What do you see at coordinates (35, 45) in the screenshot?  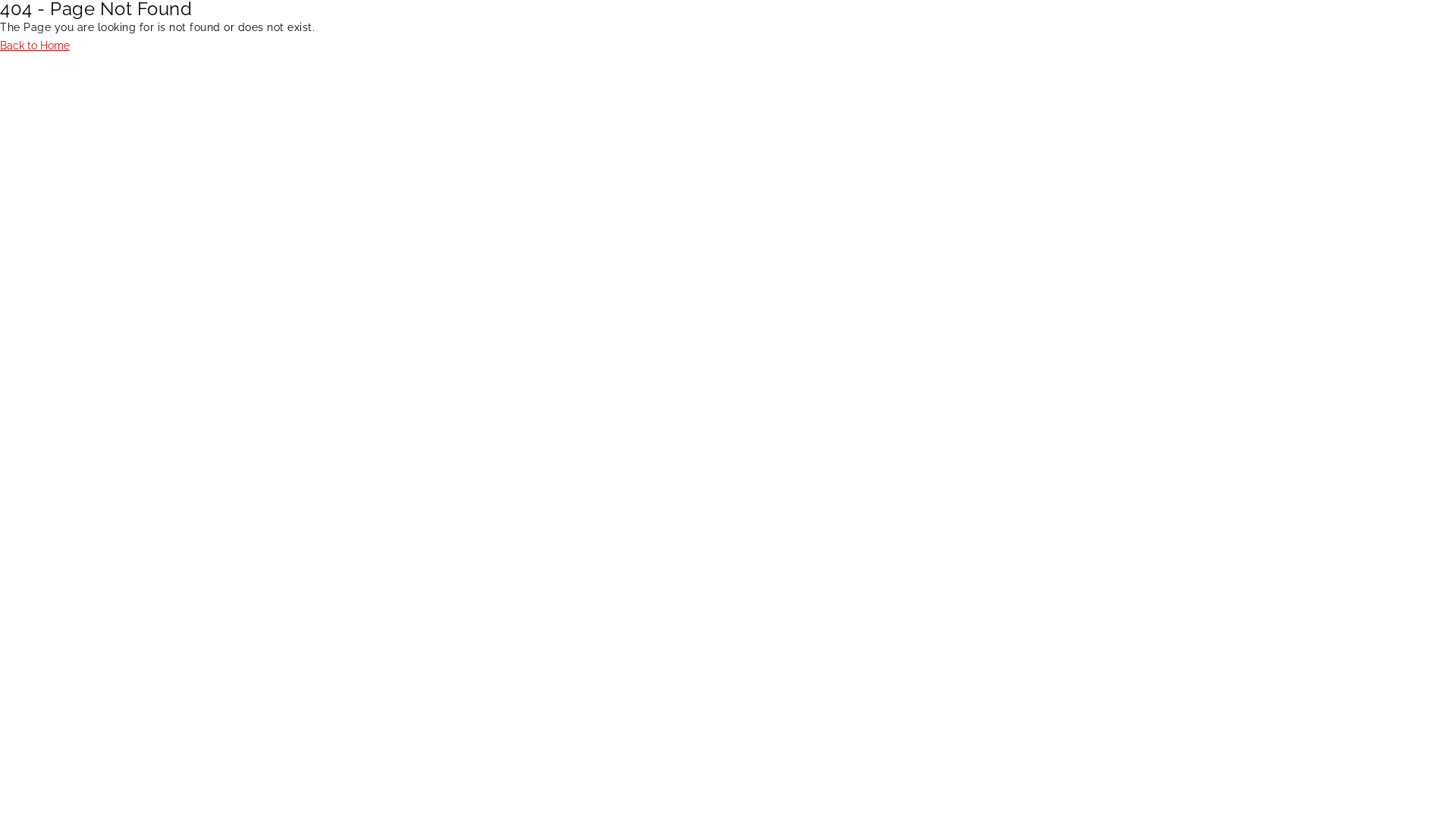 I see `'Back to Home'` at bounding box center [35, 45].